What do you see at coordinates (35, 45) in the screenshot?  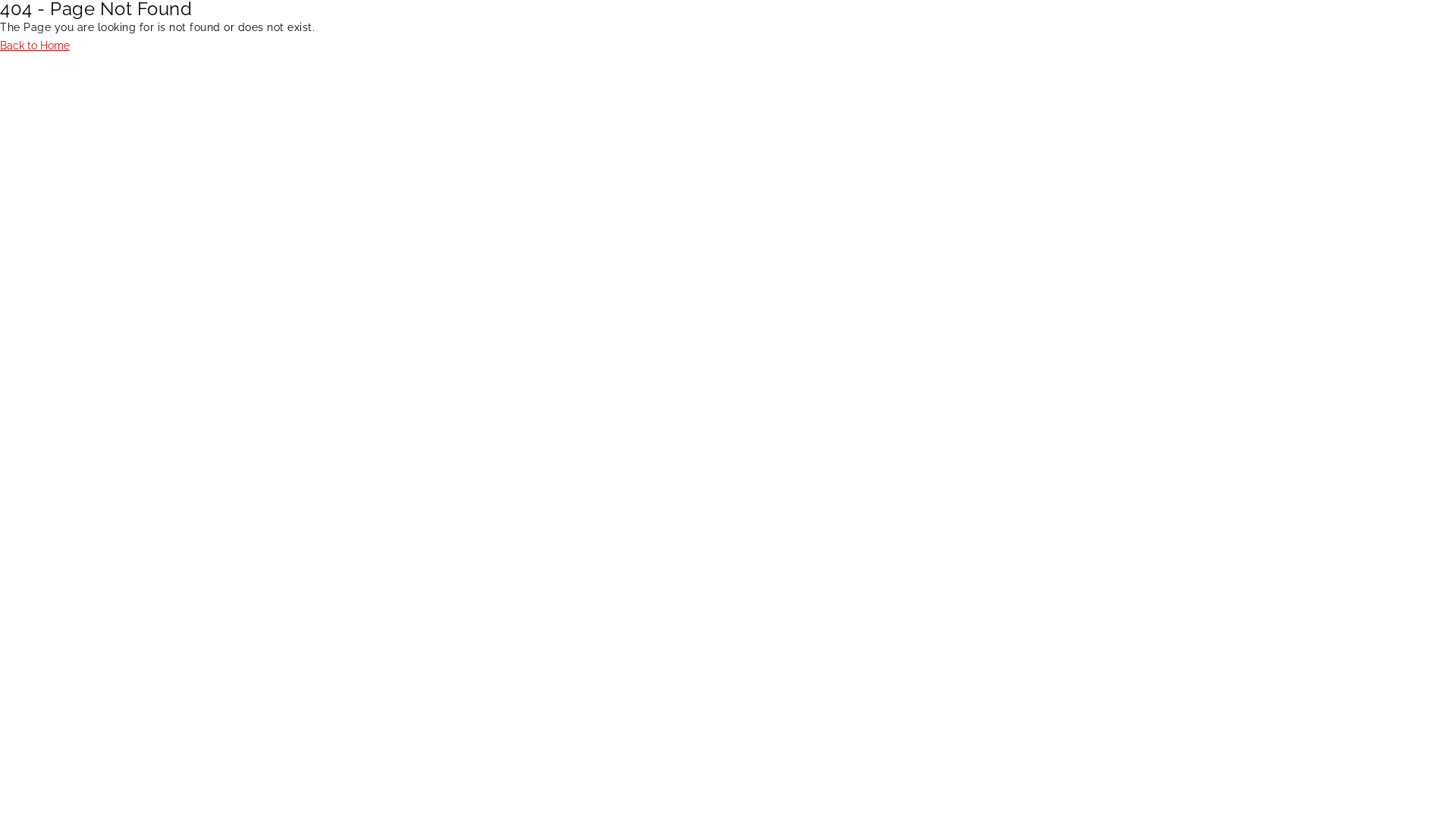 I see `'Back to Home'` at bounding box center [35, 45].